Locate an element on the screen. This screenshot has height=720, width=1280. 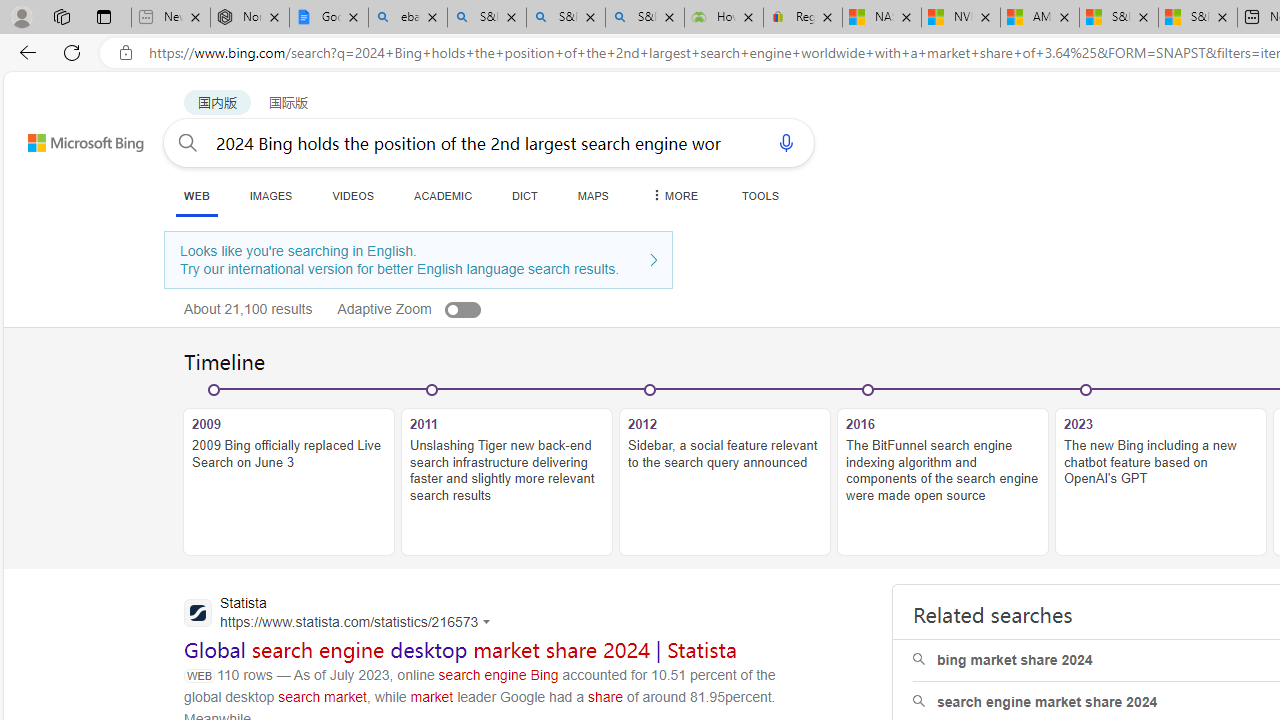
'MAPS' is located at coordinates (592, 195).